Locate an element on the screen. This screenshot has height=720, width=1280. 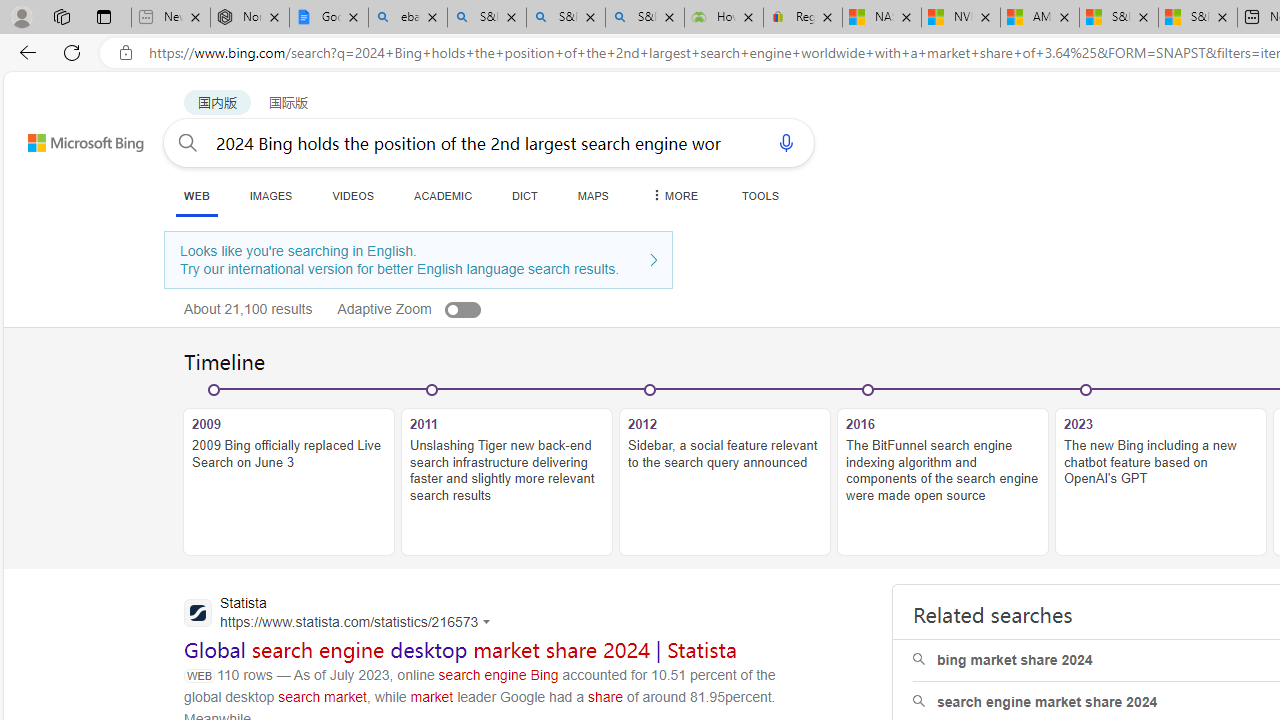
'MAPS' is located at coordinates (592, 195).